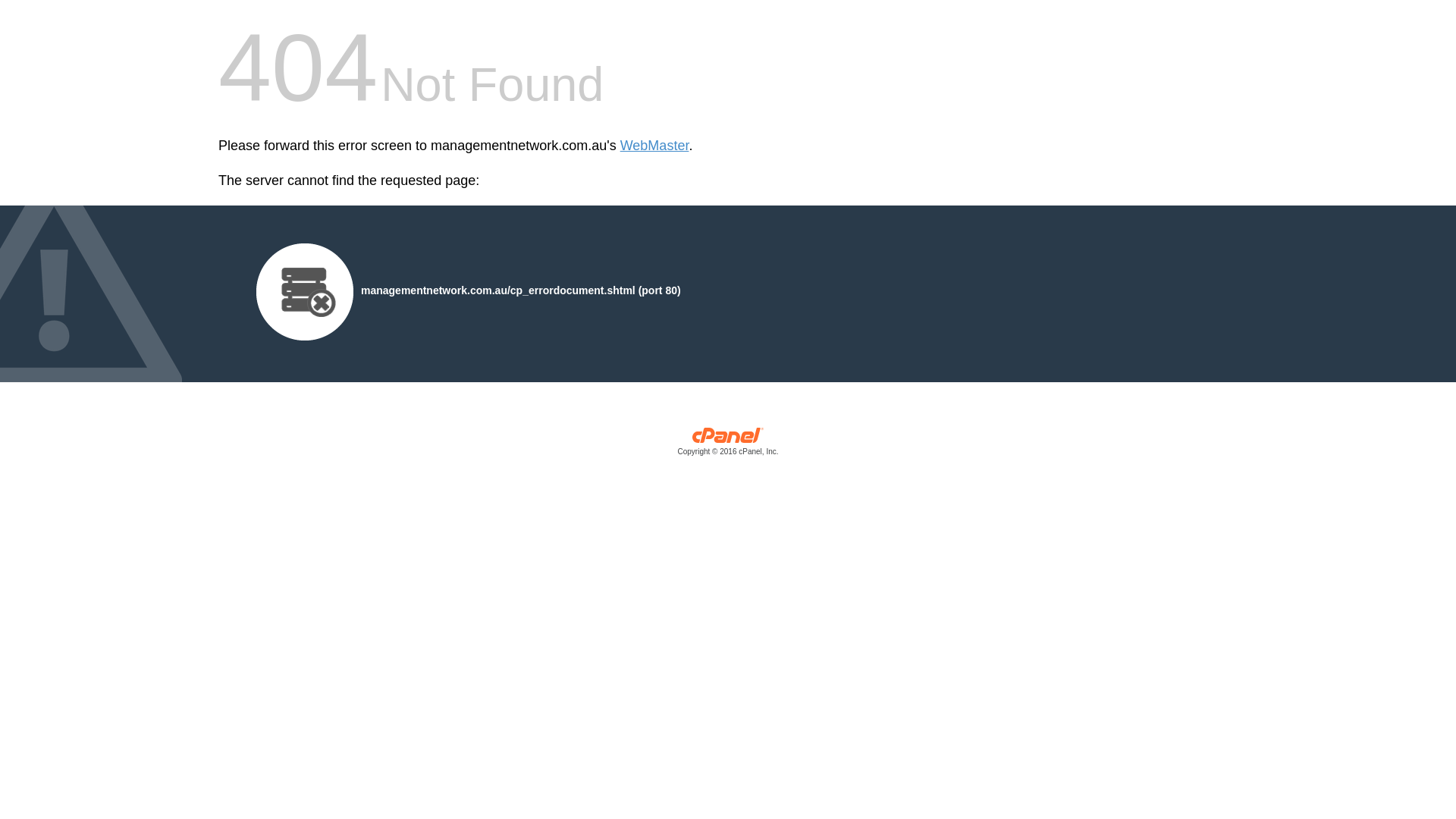  Describe the element at coordinates (620, 146) in the screenshot. I see `'WebMaster'` at that location.